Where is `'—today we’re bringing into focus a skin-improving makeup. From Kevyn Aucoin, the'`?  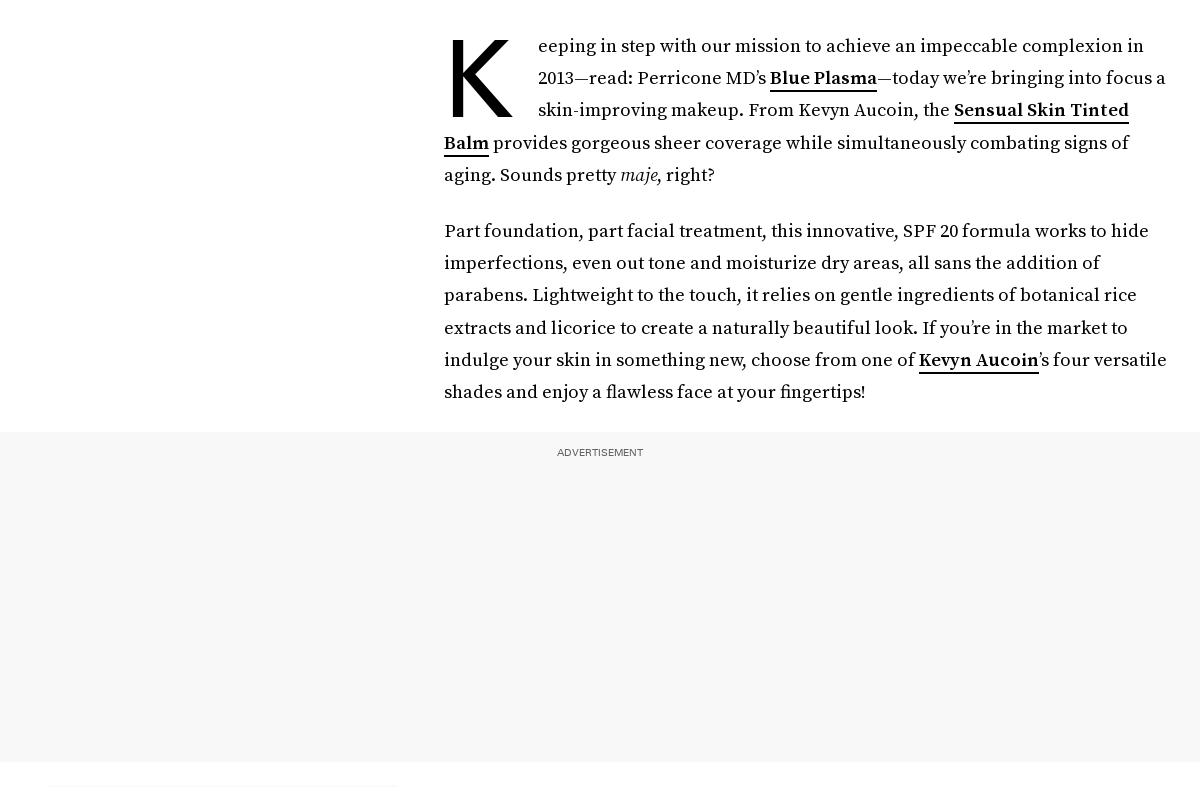 '—today we’re bringing into focus a skin-improving makeup. From Kevyn Aucoin, the' is located at coordinates (536, 93).